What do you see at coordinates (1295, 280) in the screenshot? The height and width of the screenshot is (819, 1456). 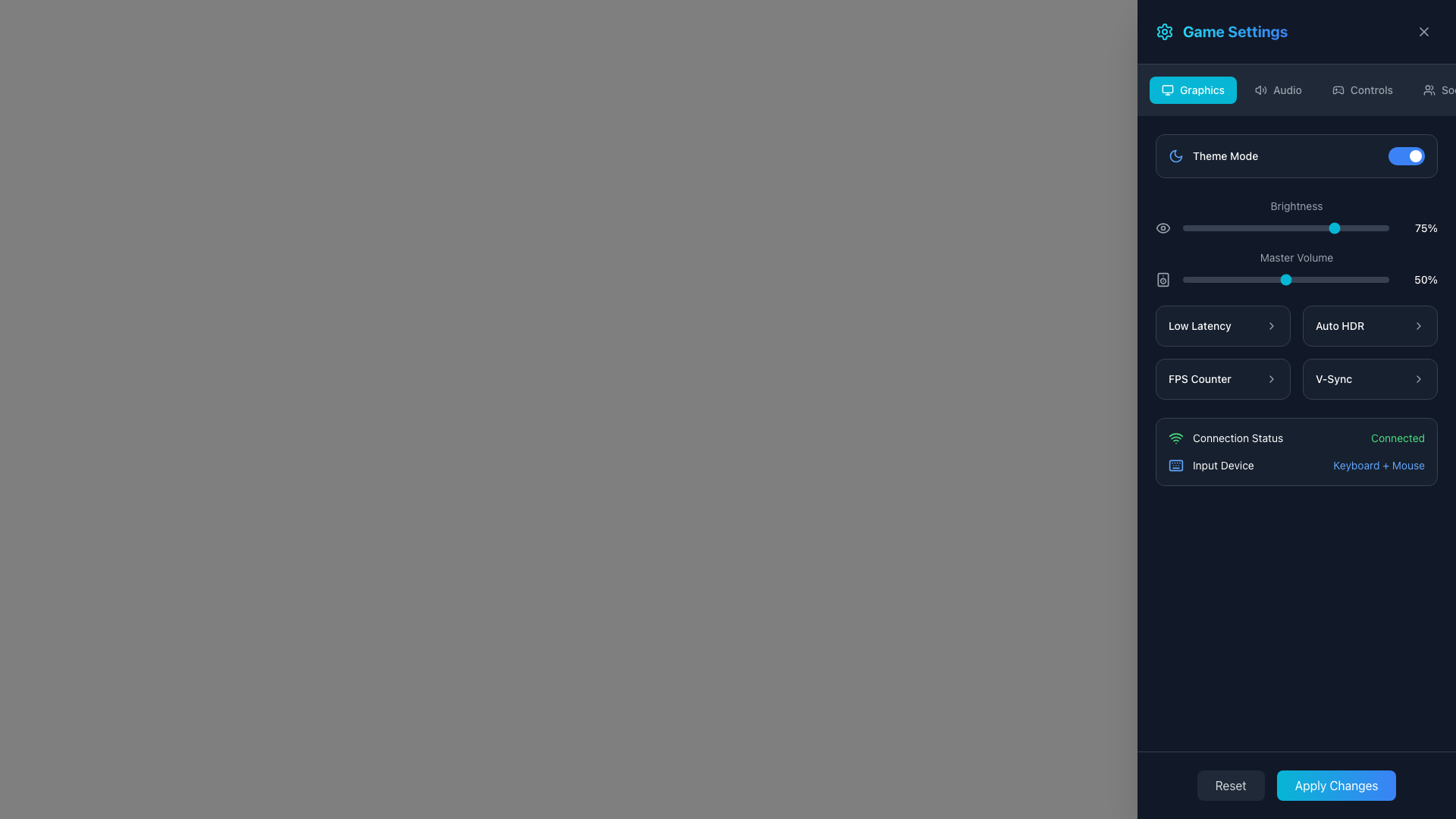 I see `and drag the blue circular handle of the volume slider located in the 'Master Volume' section, indicated by the '50%' label, to adjust the volume level` at bounding box center [1295, 280].